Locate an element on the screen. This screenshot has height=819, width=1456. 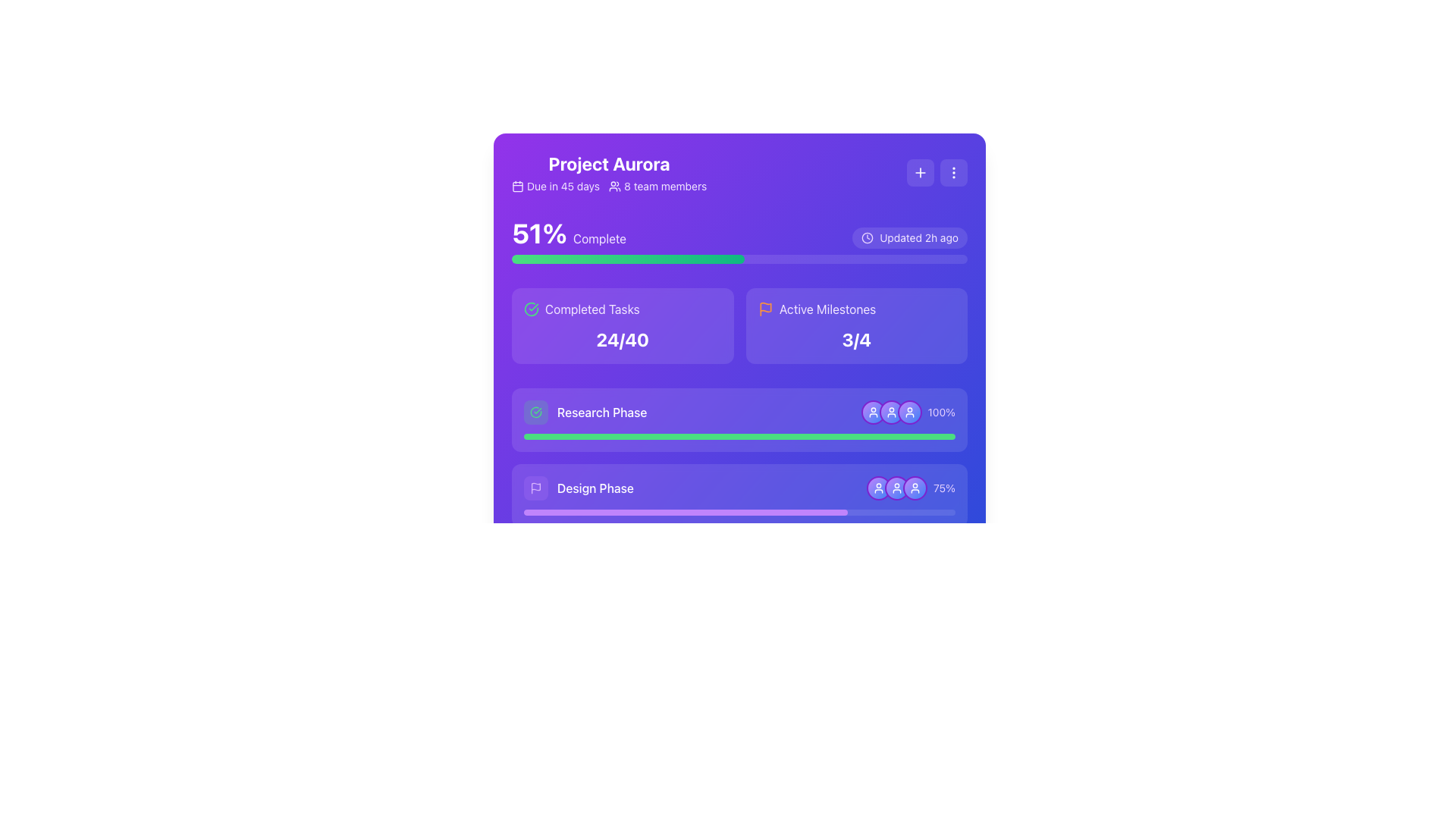
the horizontal progress bar with a purple background indicating progress in the 'Design Phase' section is located at coordinates (739, 512).